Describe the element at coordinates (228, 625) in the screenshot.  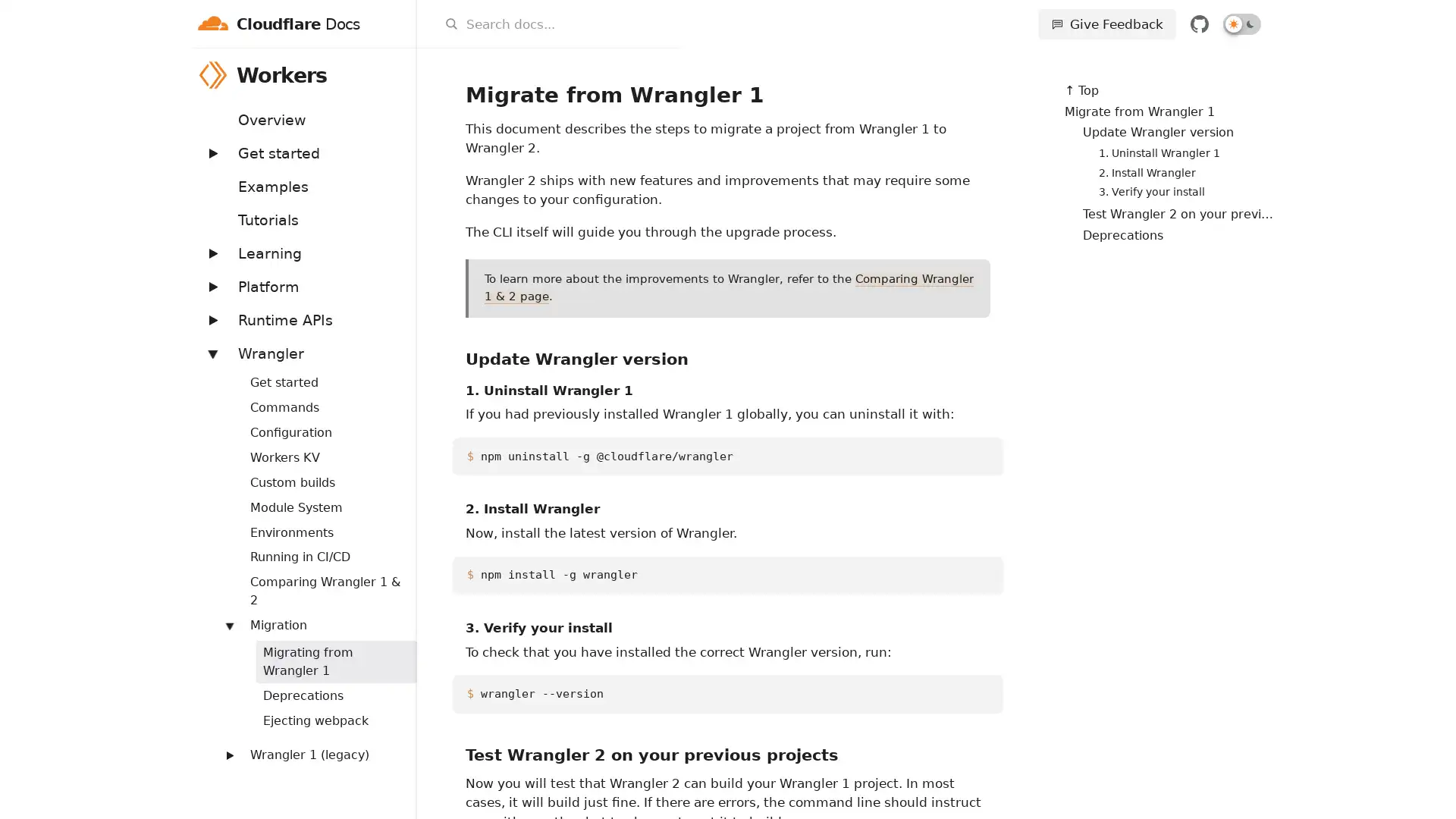
I see `Expand: Migration` at that location.